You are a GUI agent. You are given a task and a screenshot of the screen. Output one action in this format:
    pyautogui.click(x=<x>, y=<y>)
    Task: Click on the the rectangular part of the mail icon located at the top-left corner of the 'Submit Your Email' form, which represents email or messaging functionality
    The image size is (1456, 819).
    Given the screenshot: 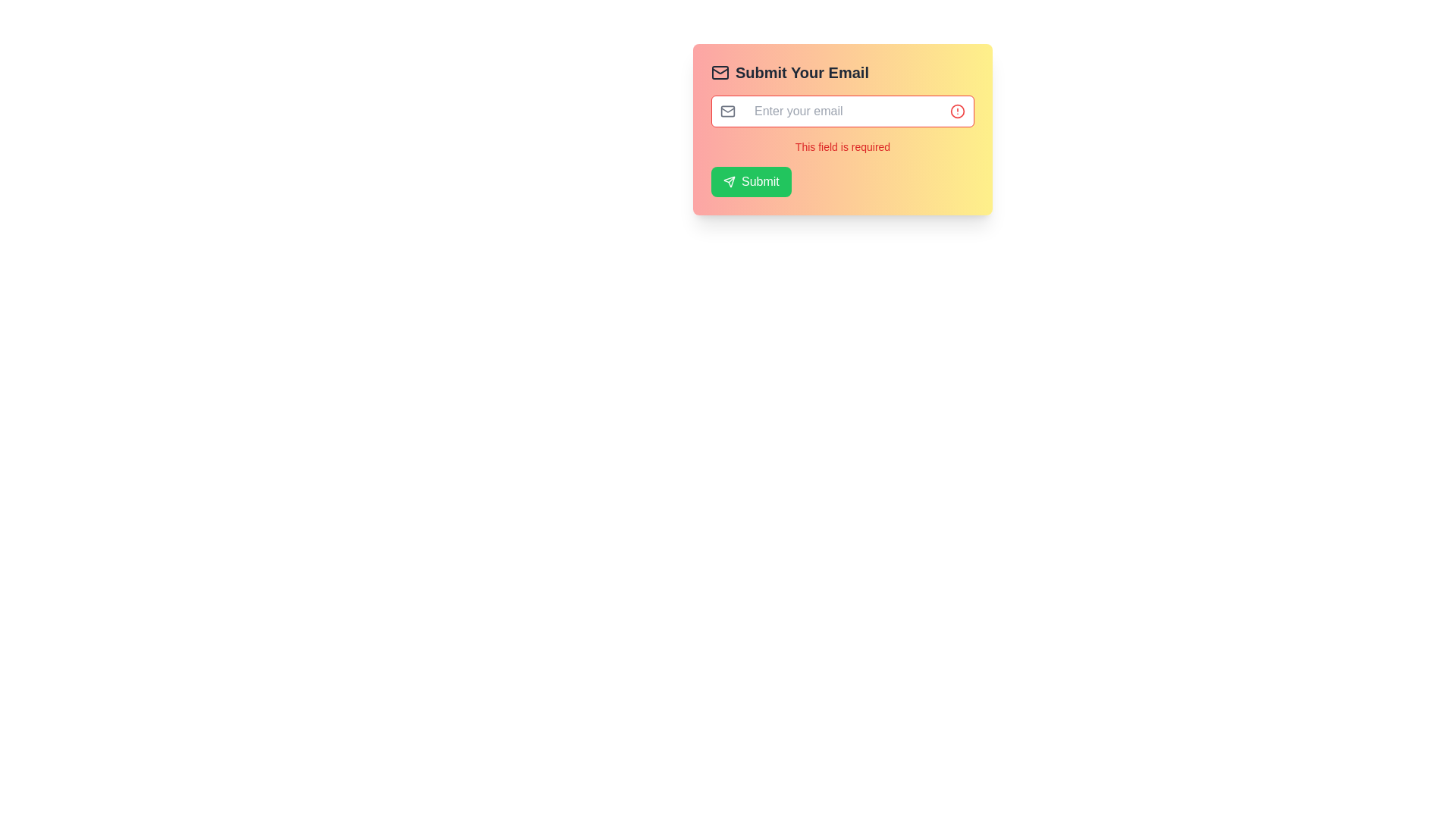 What is the action you would take?
    pyautogui.click(x=720, y=73)
    